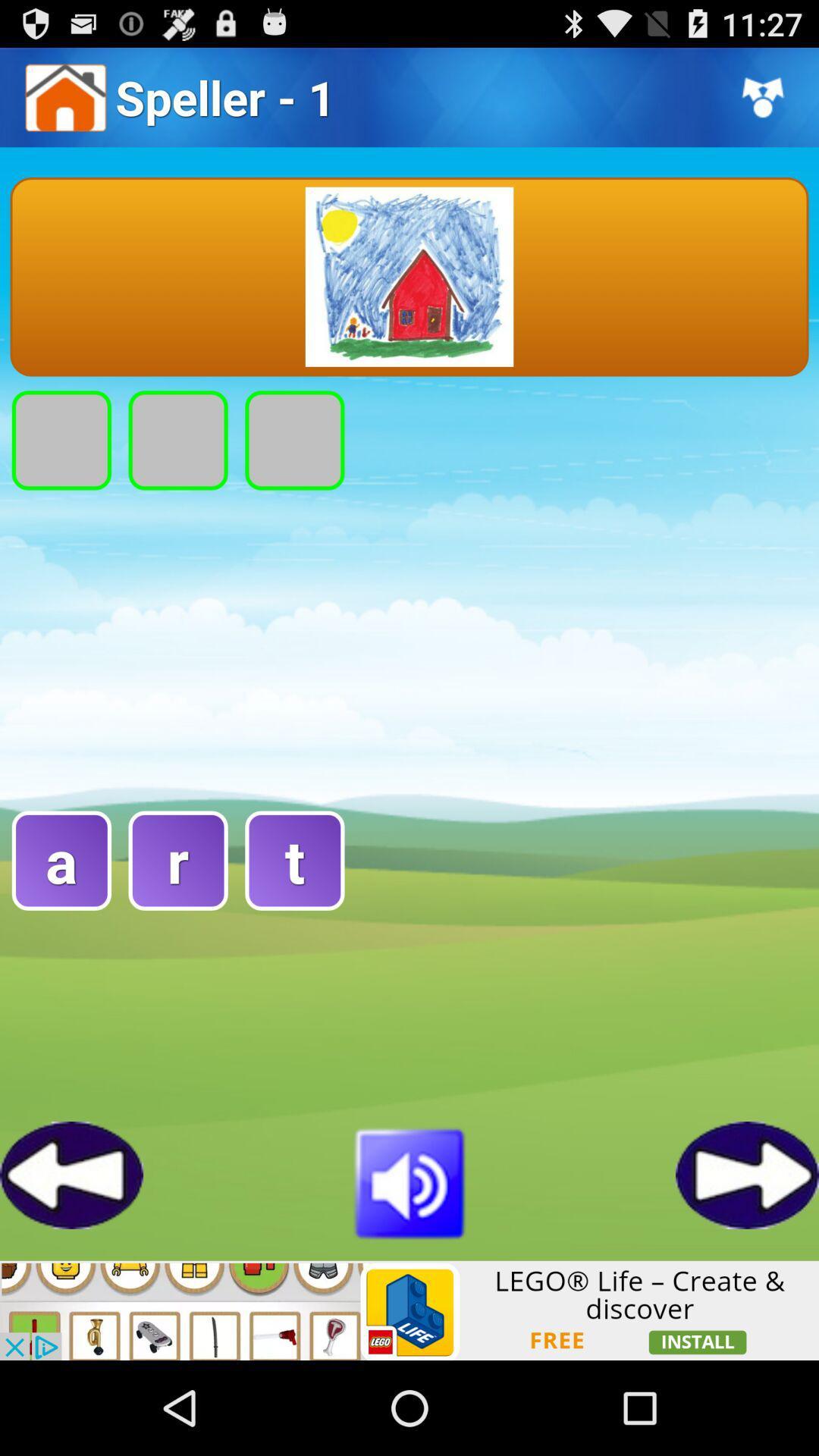  I want to click on button with home drawing on it, so click(409, 277).